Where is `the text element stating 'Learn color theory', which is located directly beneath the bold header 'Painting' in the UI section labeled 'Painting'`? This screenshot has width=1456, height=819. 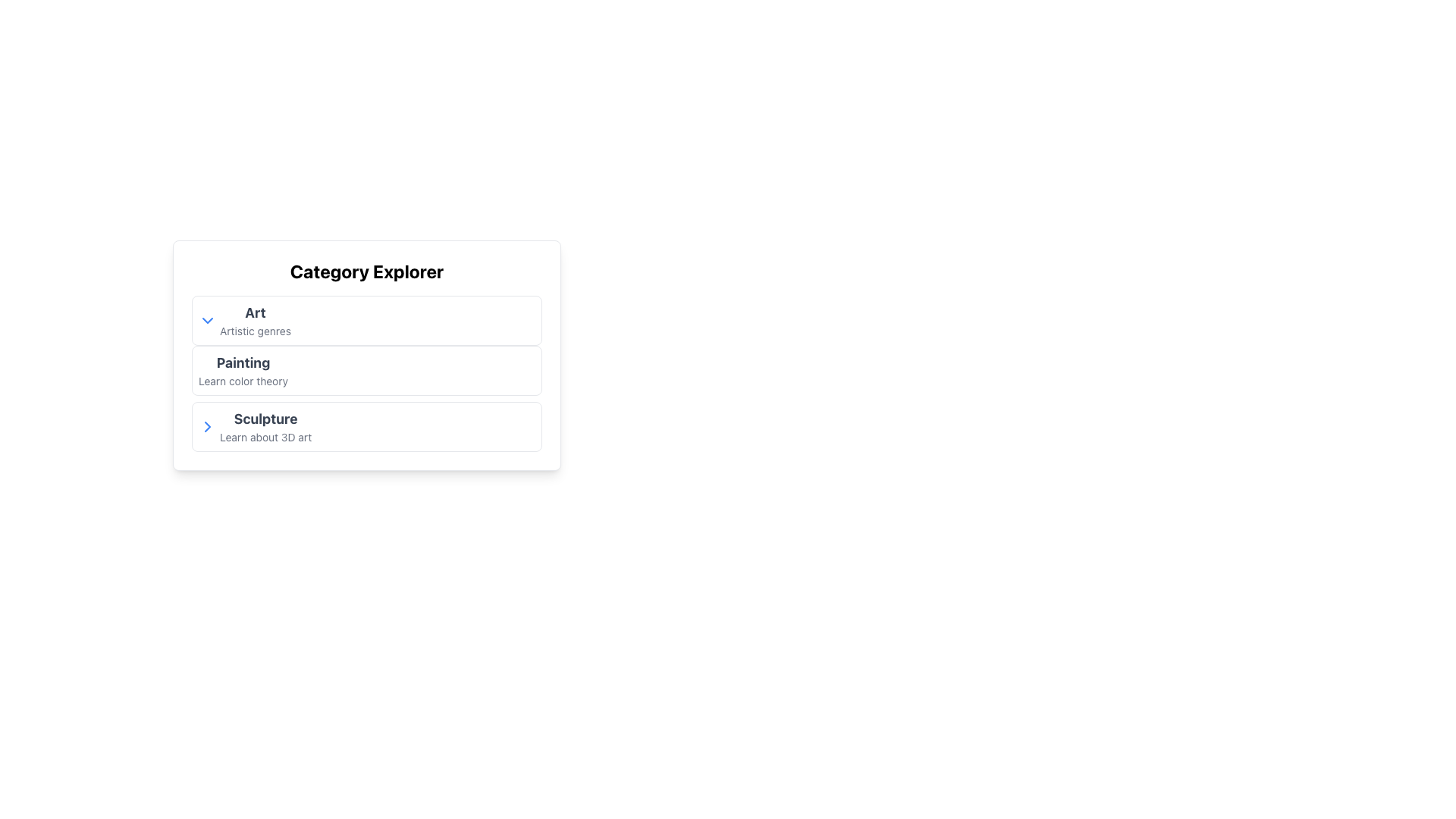
the text element stating 'Learn color theory', which is located directly beneath the bold header 'Painting' in the UI section labeled 'Painting' is located at coordinates (243, 380).